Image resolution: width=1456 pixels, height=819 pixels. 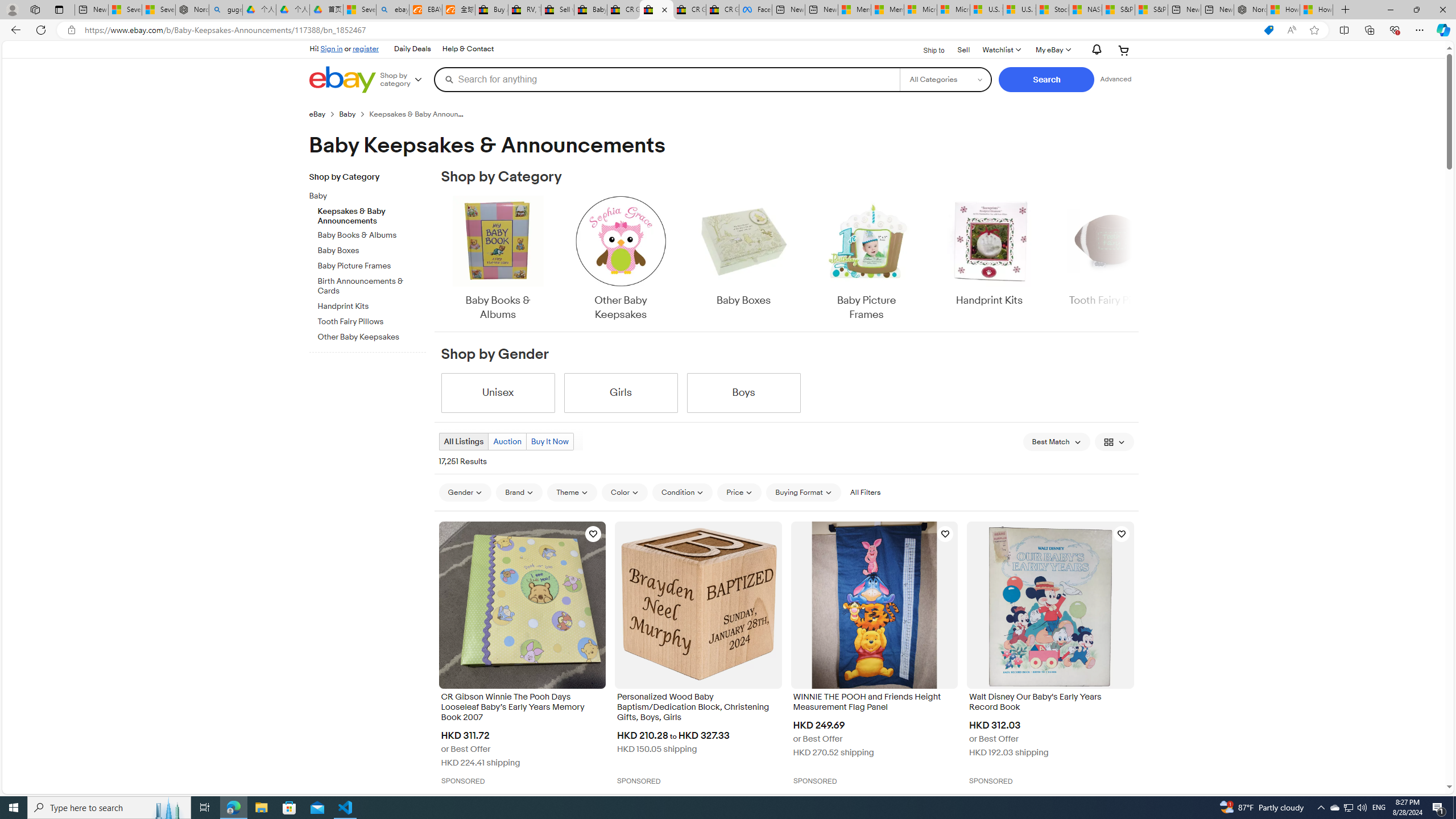 I want to click on 'Search for anything', so click(x=666, y=78).